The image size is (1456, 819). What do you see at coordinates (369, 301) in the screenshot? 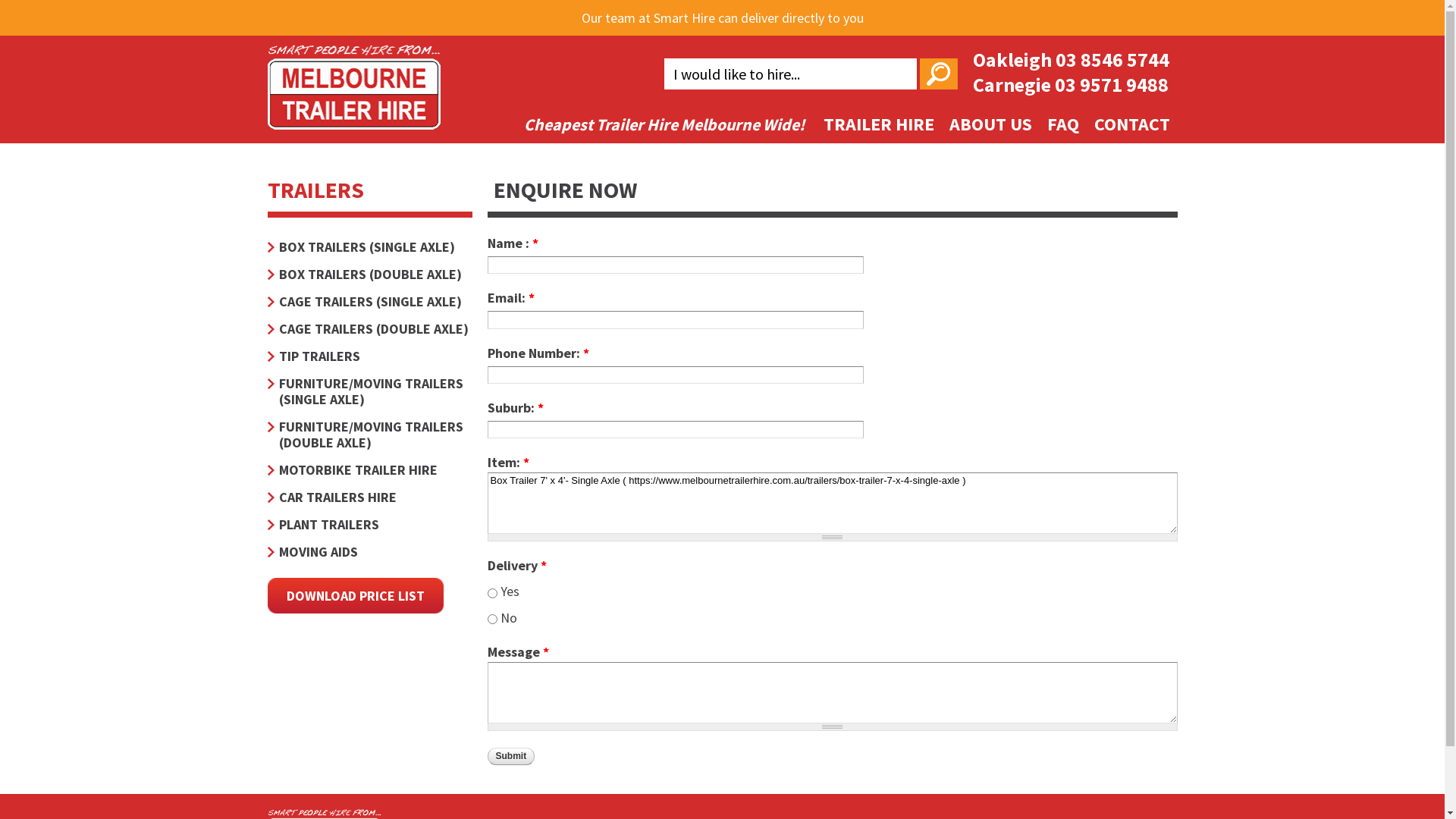
I see `'CAGE TRAILERS (SINGLE AXLE)'` at bounding box center [369, 301].